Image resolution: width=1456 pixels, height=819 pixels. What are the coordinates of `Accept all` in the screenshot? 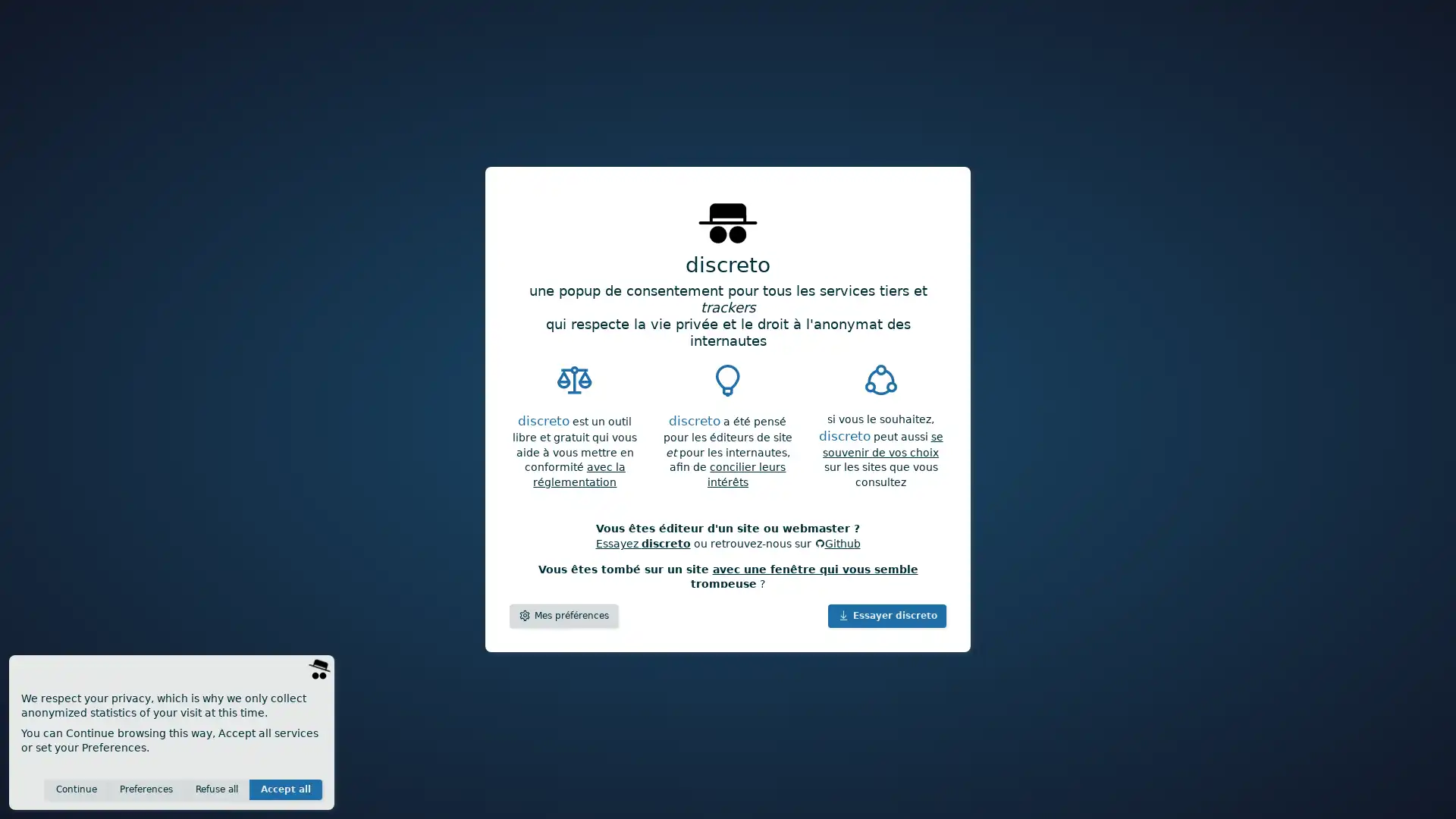 It's located at (286, 789).